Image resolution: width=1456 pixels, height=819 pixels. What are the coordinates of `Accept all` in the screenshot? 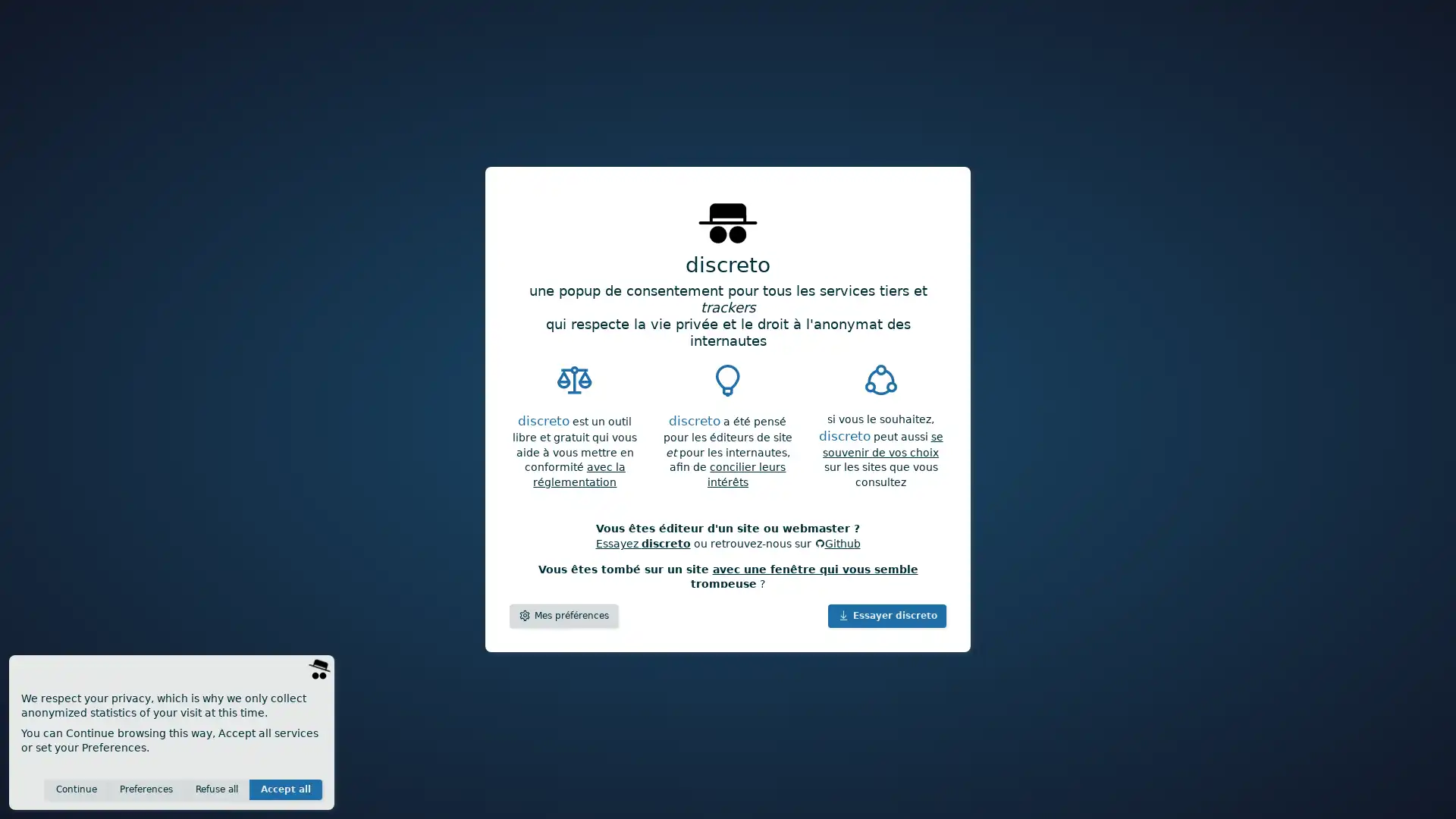 It's located at (286, 789).